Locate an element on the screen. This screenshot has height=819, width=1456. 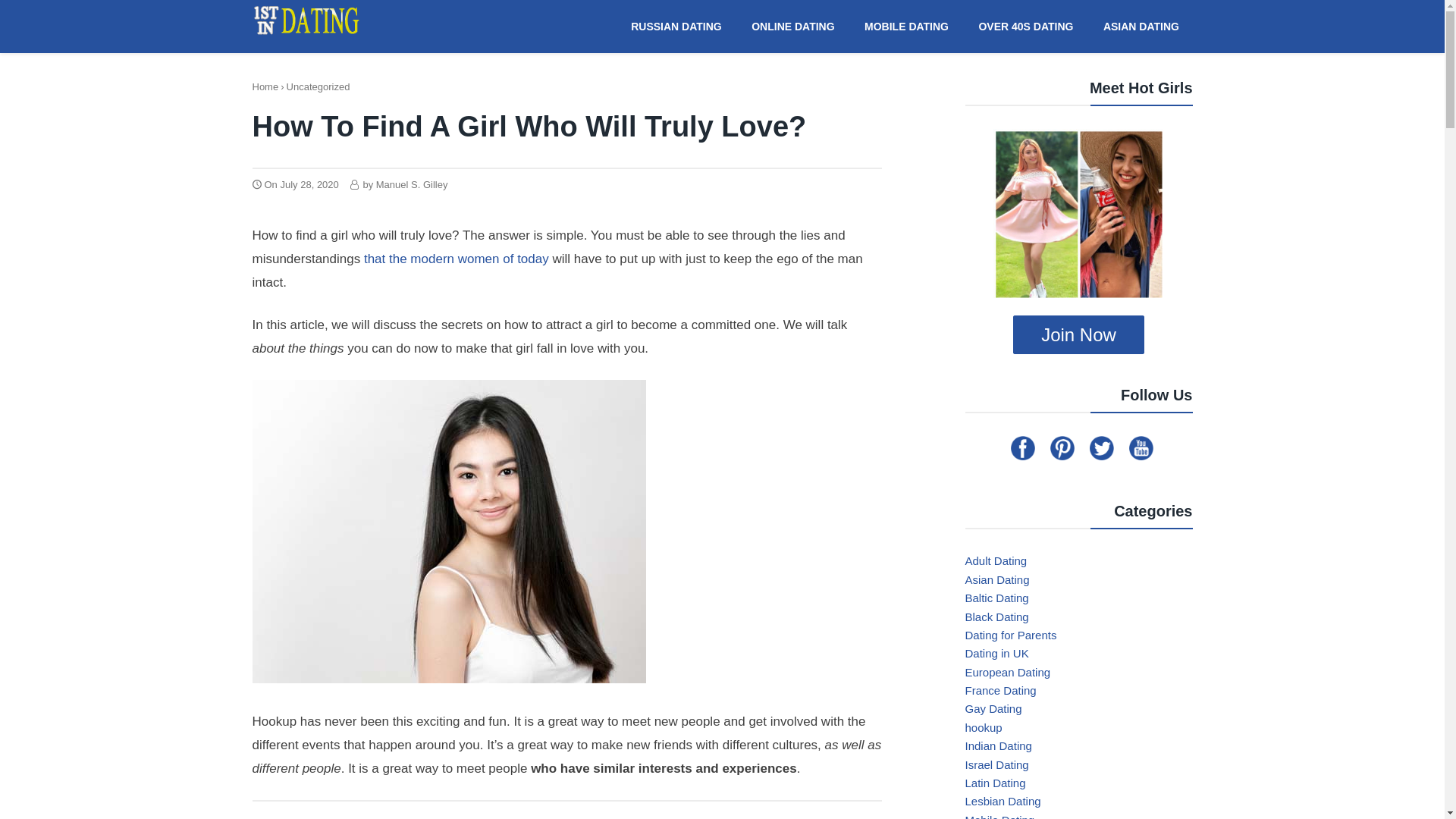
'Home' is located at coordinates (265, 86).